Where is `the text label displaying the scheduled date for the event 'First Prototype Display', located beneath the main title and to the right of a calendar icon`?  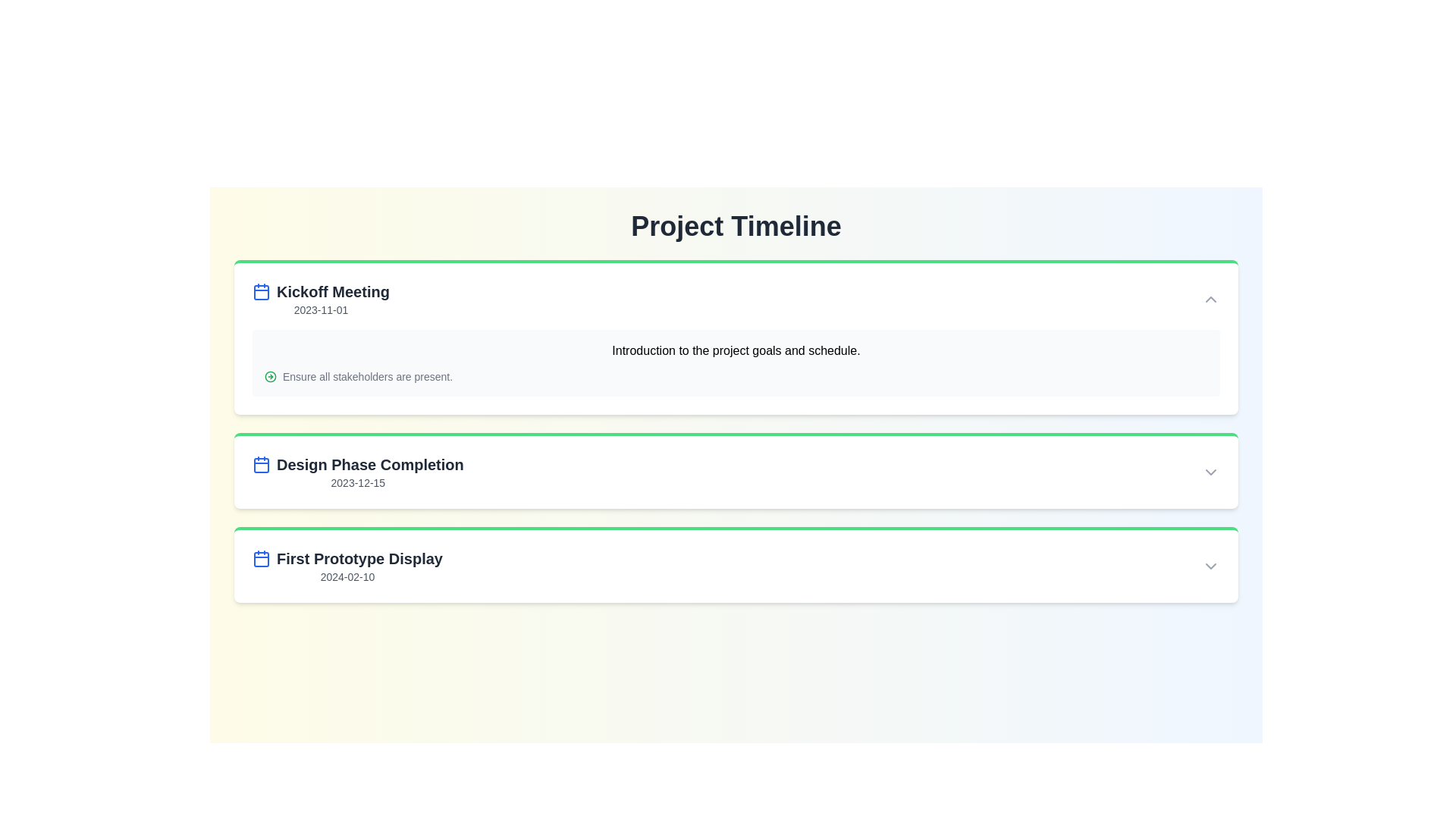
the text label displaying the scheduled date for the event 'First Prototype Display', located beneath the main title and to the right of a calendar icon is located at coordinates (347, 576).